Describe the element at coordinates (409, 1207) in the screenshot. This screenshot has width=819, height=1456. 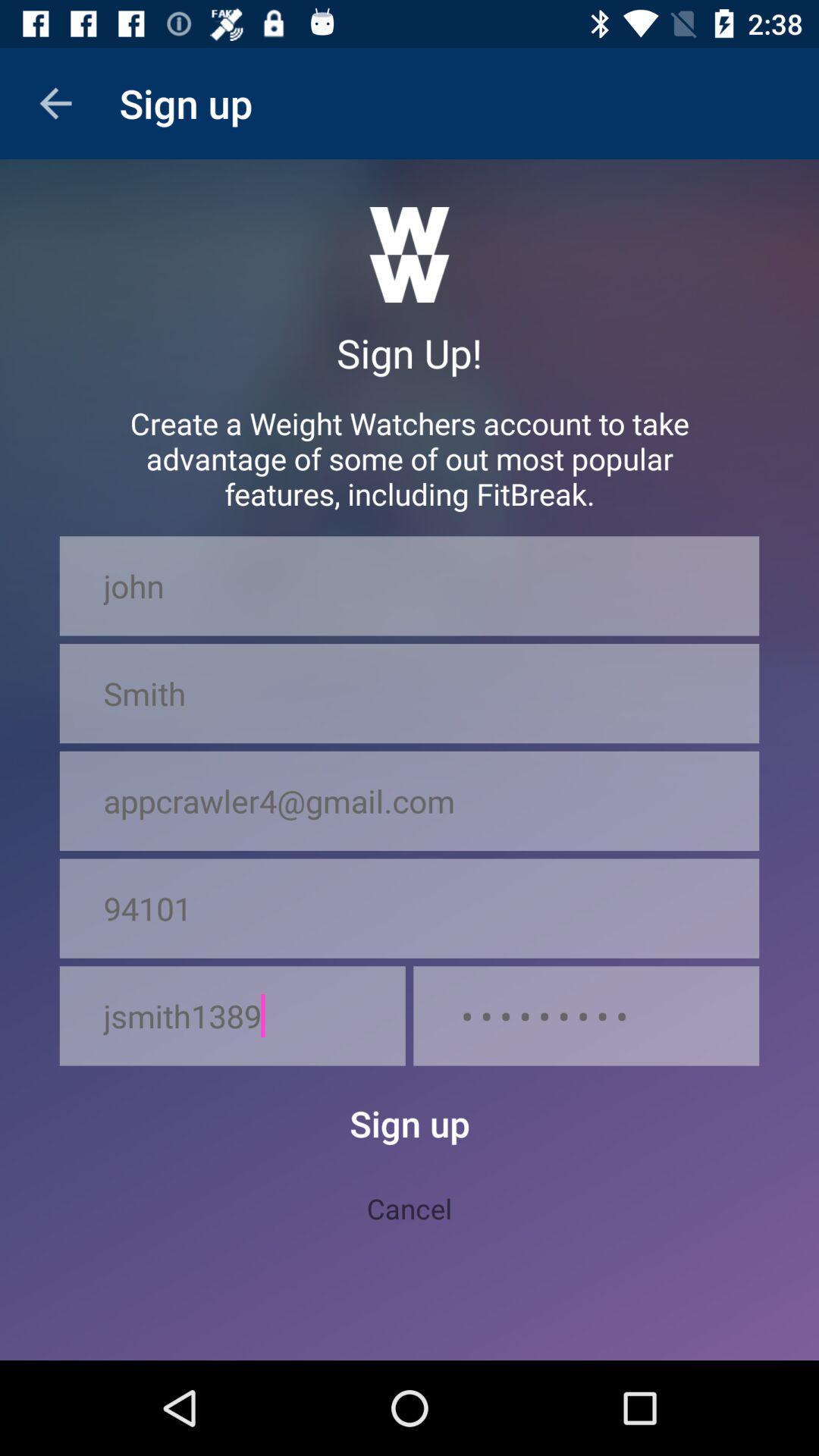
I see `item below the sign up` at that location.